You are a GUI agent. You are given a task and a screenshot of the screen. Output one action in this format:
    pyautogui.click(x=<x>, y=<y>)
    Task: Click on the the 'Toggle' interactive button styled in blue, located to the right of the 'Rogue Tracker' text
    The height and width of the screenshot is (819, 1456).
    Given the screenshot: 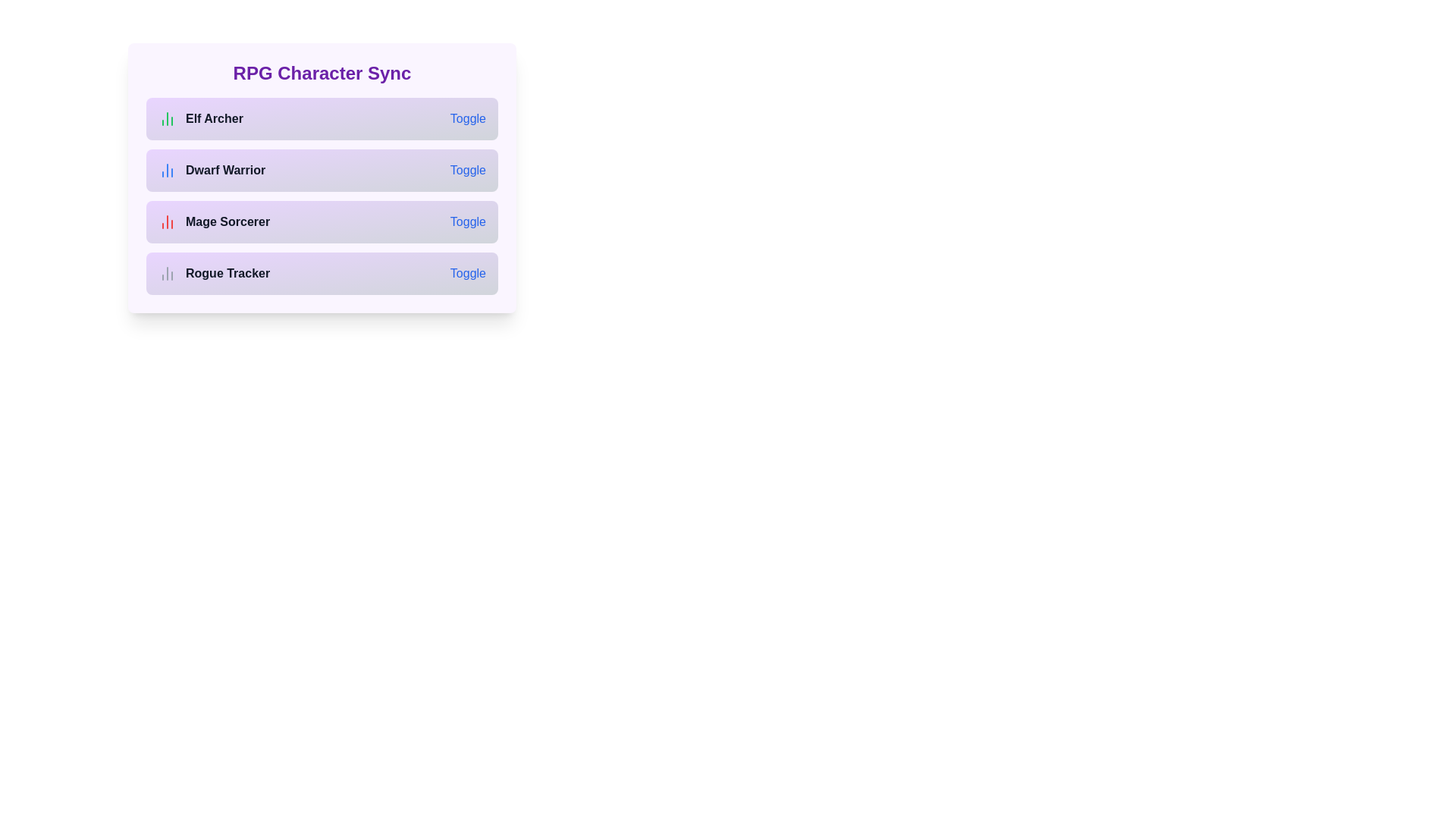 What is the action you would take?
    pyautogui.click(x=467, y=274)
    